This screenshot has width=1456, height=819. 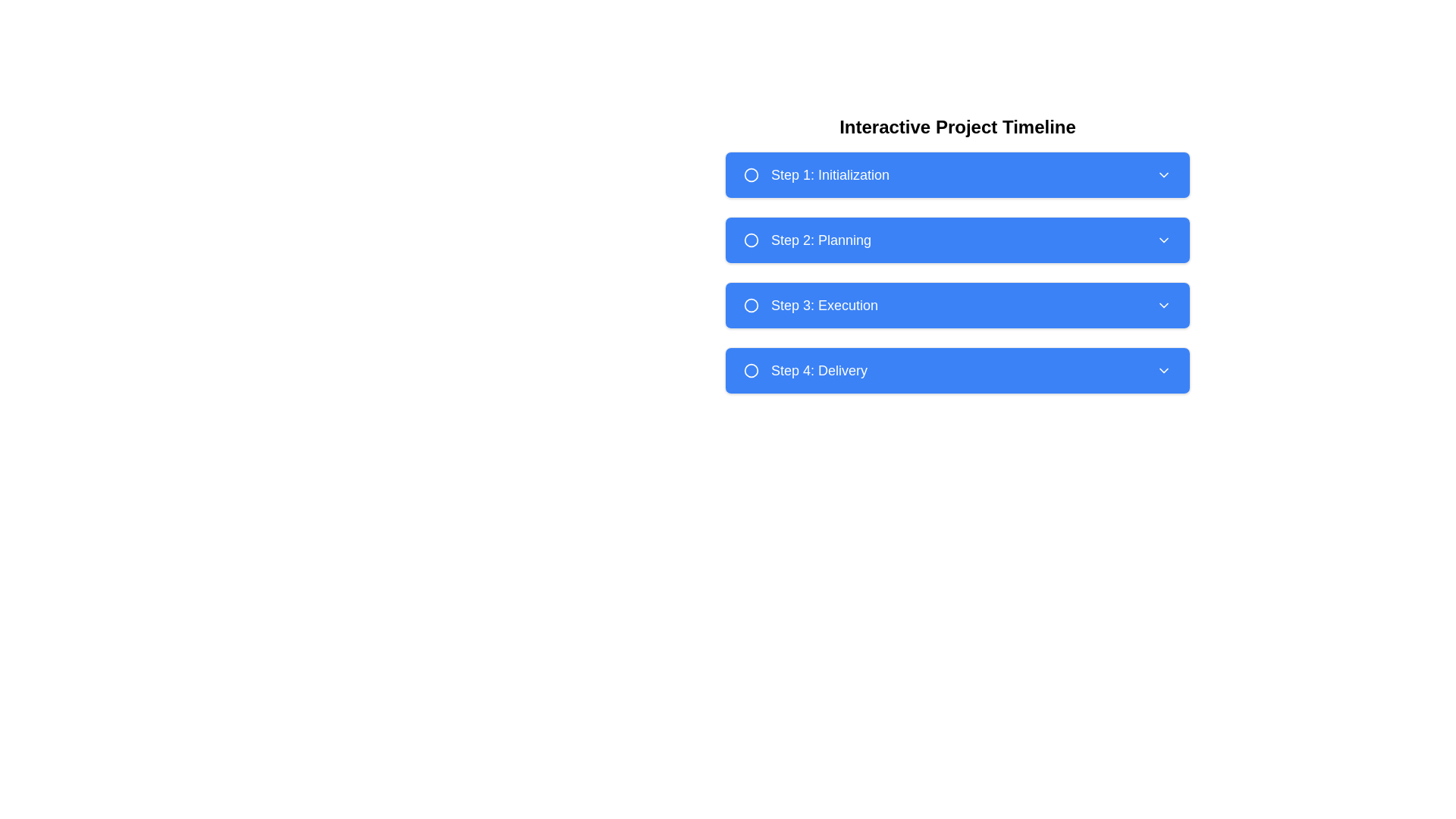 I want to click on text label that says 'Step 4: Delivery', which is styled in bold and located within the blue rectangular box at the end of the steps sequence, so click(x=818, y=371).